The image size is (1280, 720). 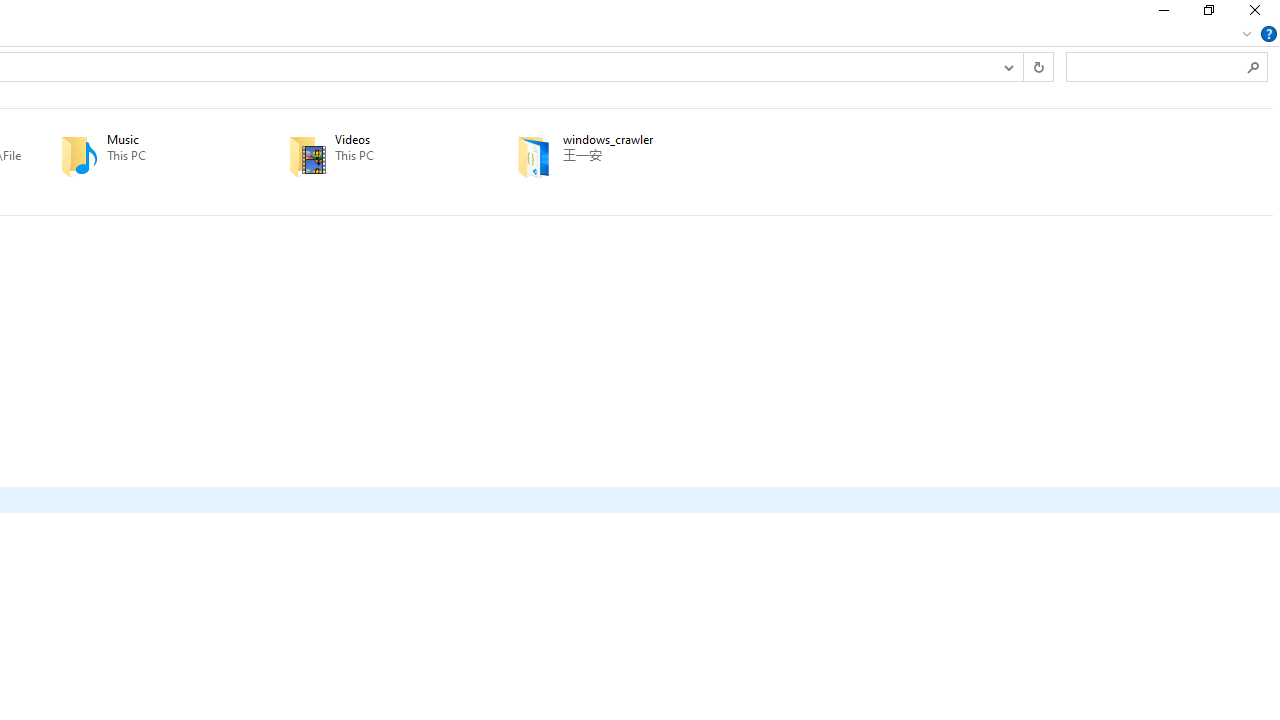 What do you see at coordinates (1038, 65) in the screenshot?
I see `'Refresh "Quick access" (F5)'` at bounding box center [1038, 65].